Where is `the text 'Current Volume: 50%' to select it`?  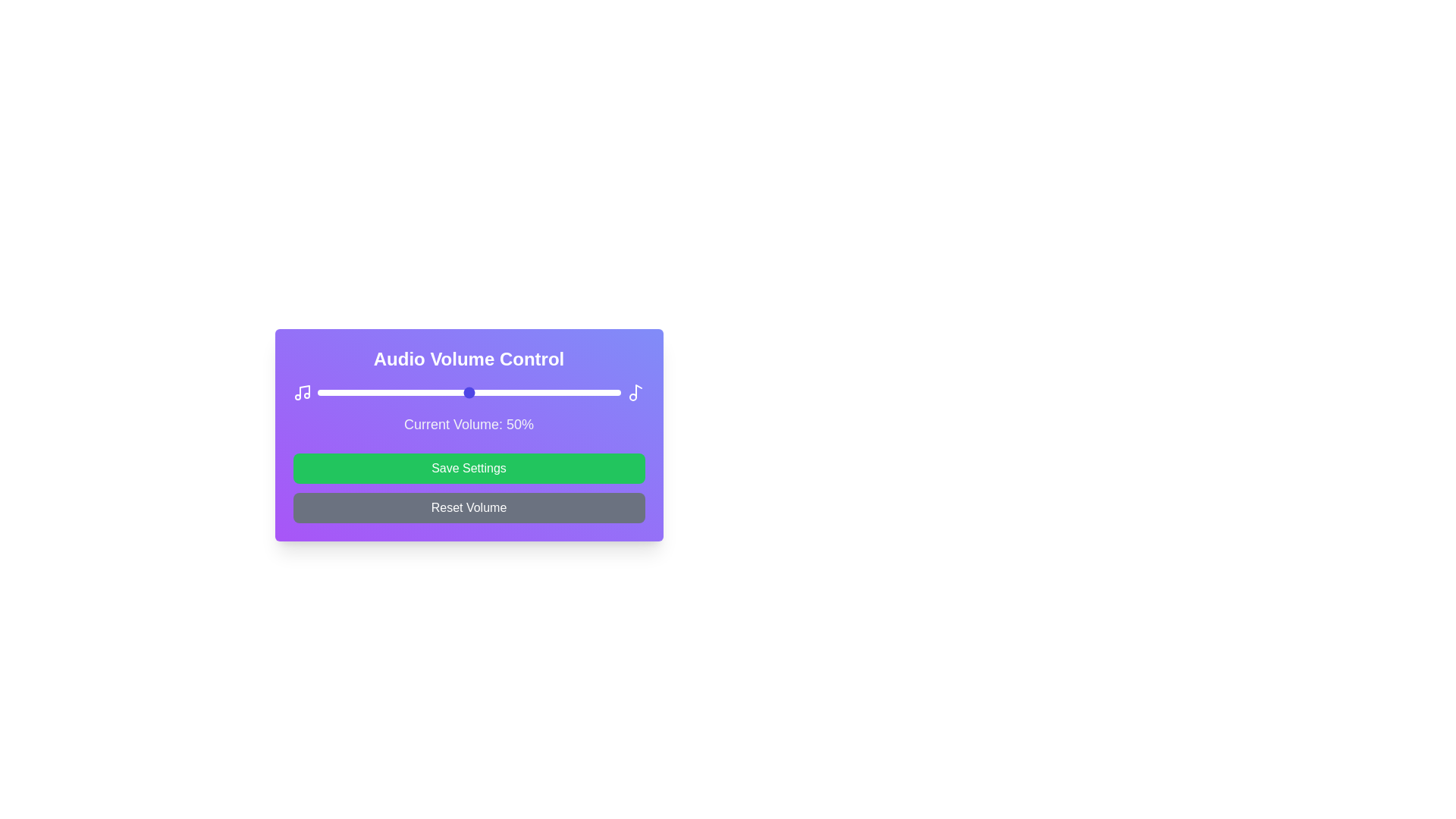 the text 'Current Volume: 50%' to select it is located at coordinates (468, 424).